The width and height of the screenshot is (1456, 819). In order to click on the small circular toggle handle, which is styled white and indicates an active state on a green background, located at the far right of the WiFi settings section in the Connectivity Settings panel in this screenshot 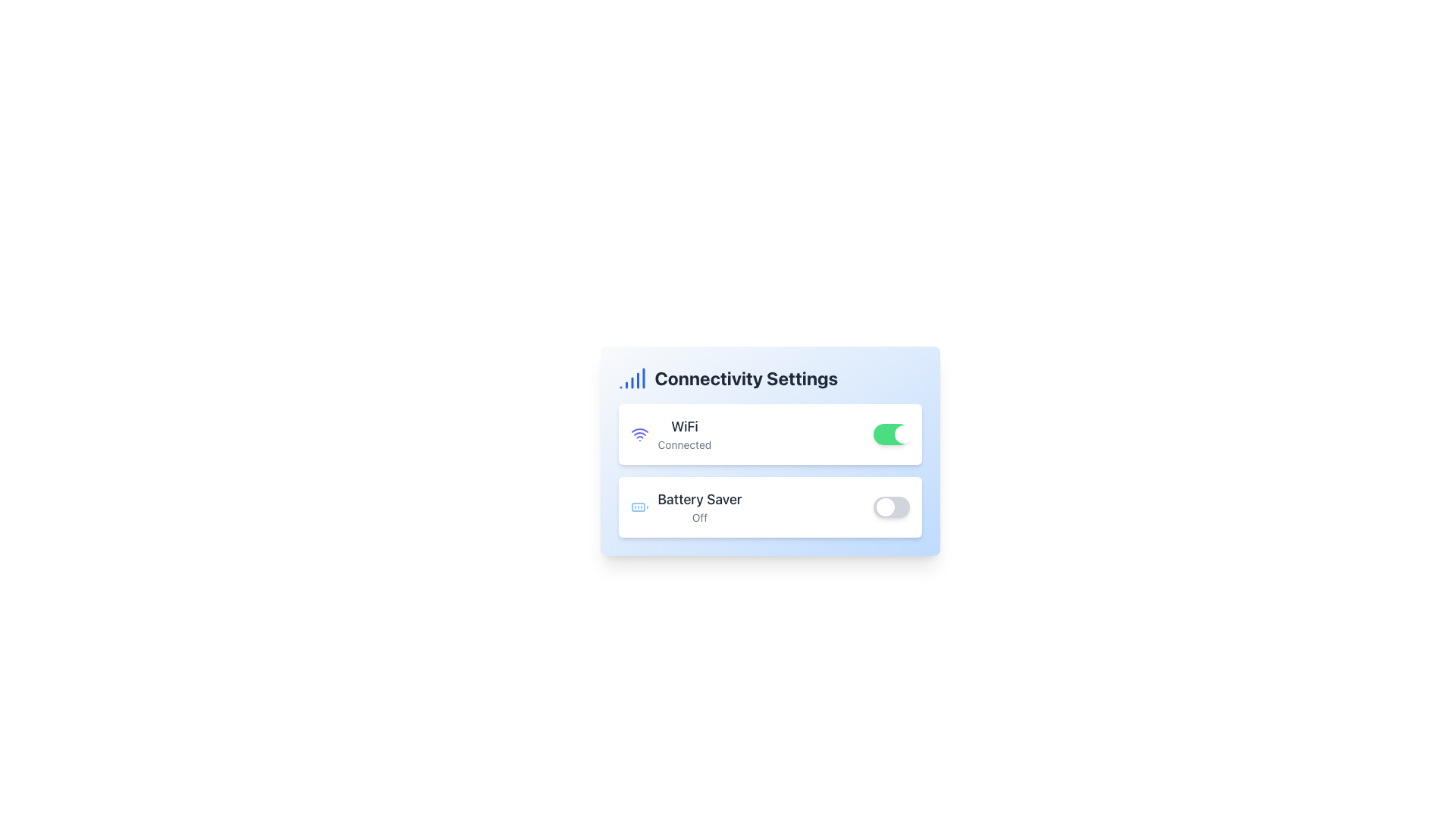, I will do `click(903, 435)`.